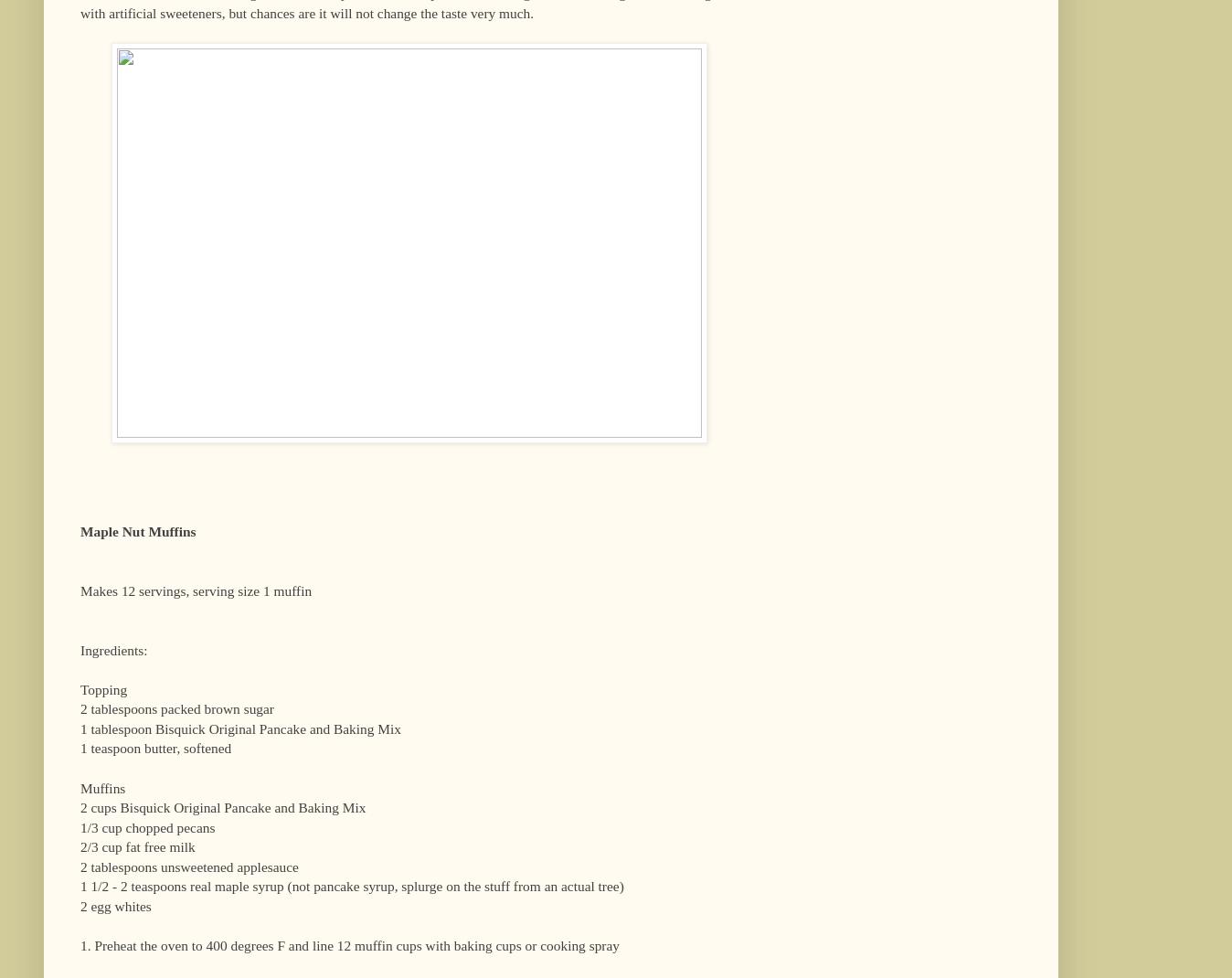  I want to click on '2/3 cup fat free milk', so click(136, 845).